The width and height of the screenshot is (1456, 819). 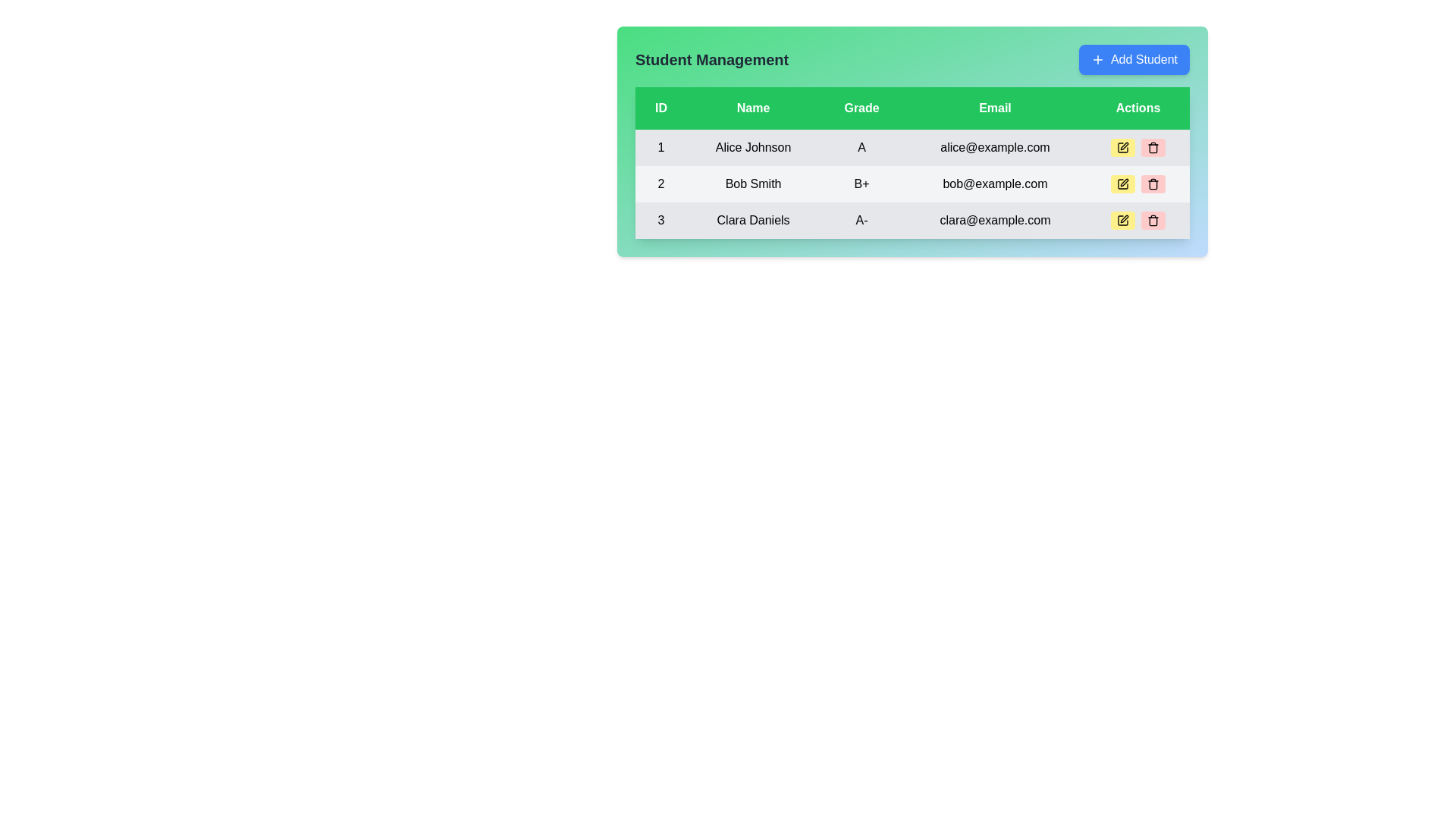 What do you see at coordinates (995, 184) in the screenshot?
I see `the text display element in the second row of the table that shows the email address 'bob@example.com', located in the fourth column labeled 'Email'` at bounding box center [995, 184].